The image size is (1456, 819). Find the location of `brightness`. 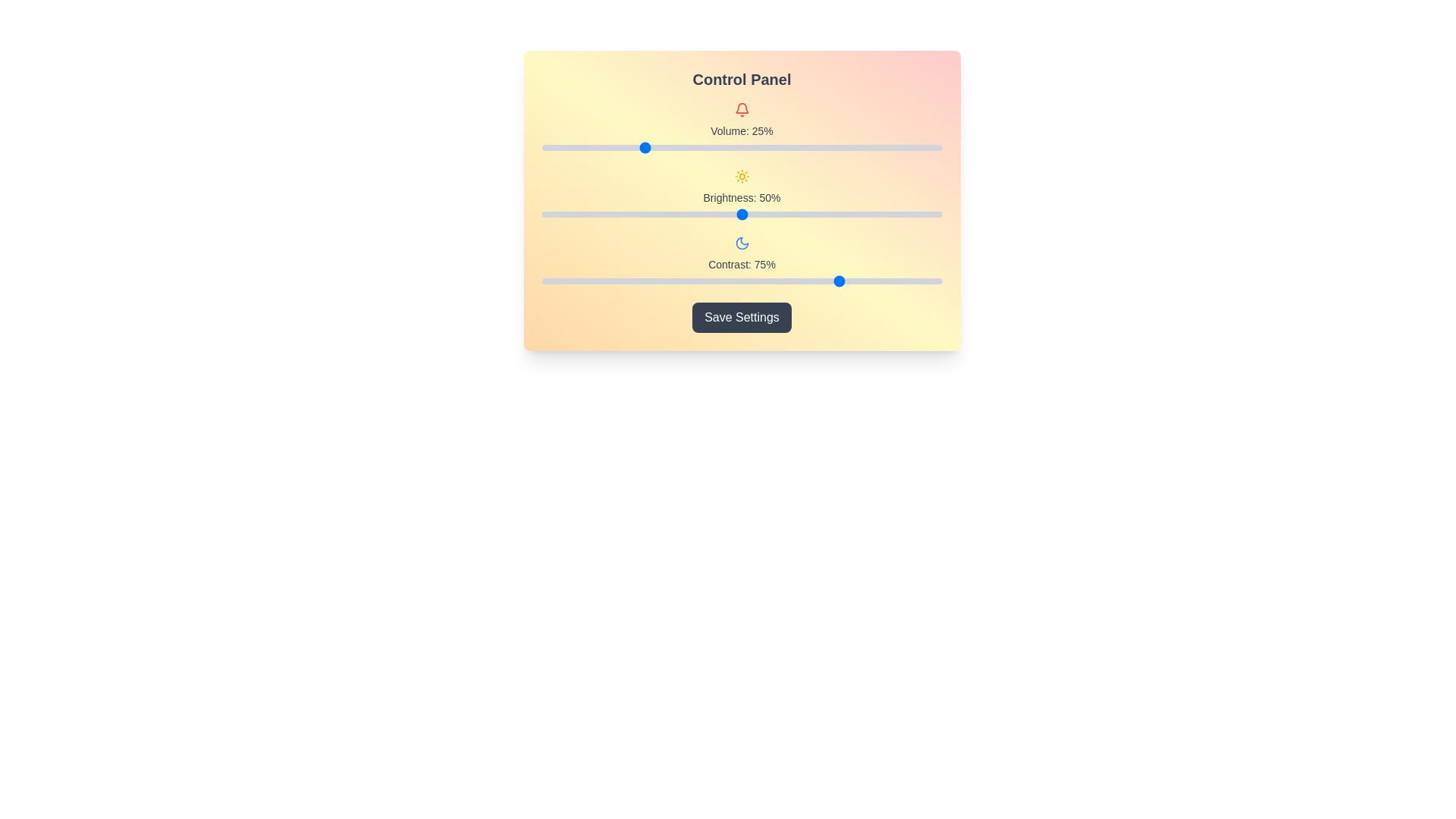

brightness is located at coordinates (813, 214).